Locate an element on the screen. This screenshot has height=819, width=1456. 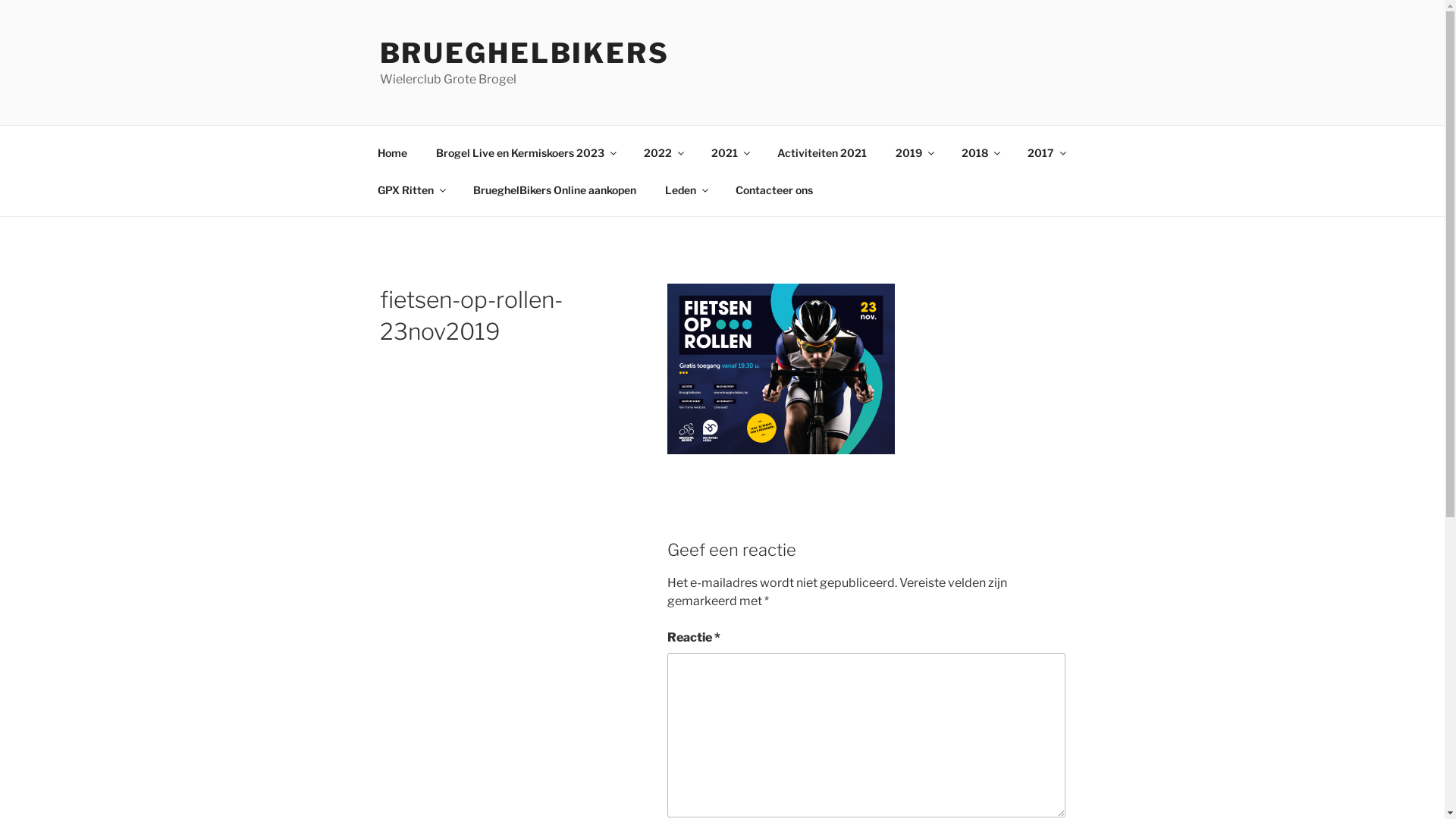
'2021' is located at coordinates (697, 152).